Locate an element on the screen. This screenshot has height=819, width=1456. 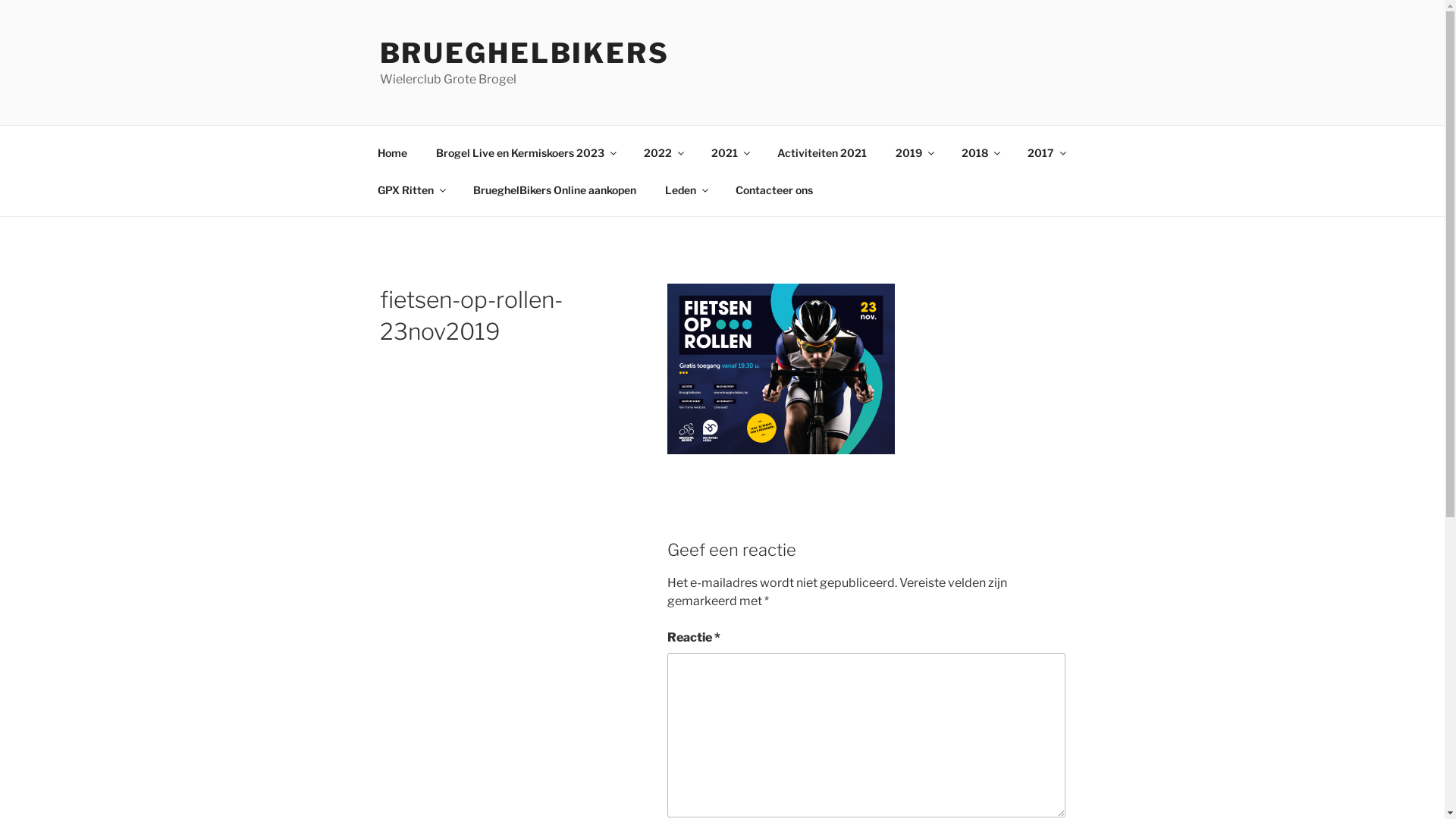
'2021' is located at coordinates (697, 152).